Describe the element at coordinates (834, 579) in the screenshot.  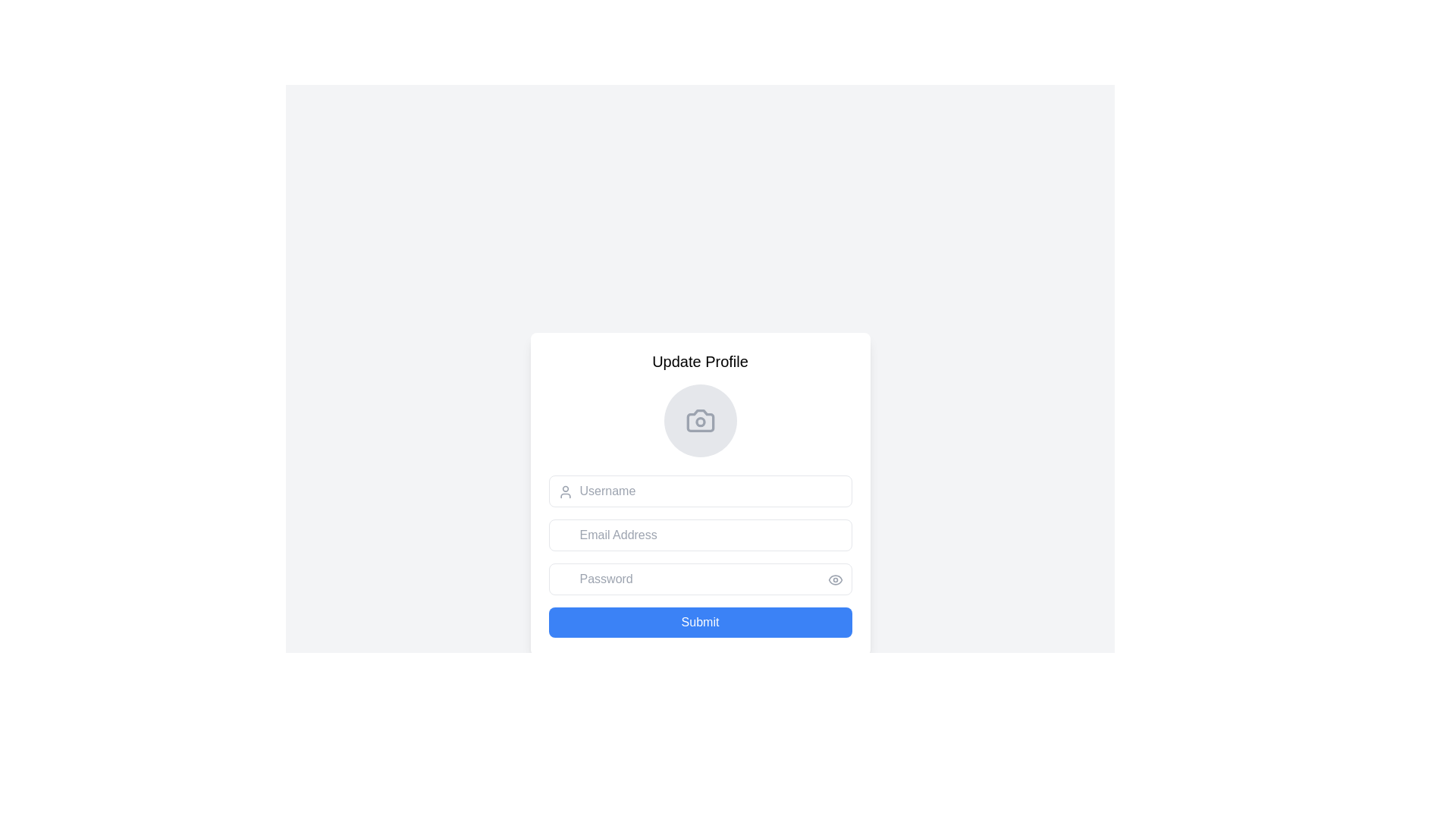
I see `the visibility toggle button located at the top-right corner of the password input field` at that location.